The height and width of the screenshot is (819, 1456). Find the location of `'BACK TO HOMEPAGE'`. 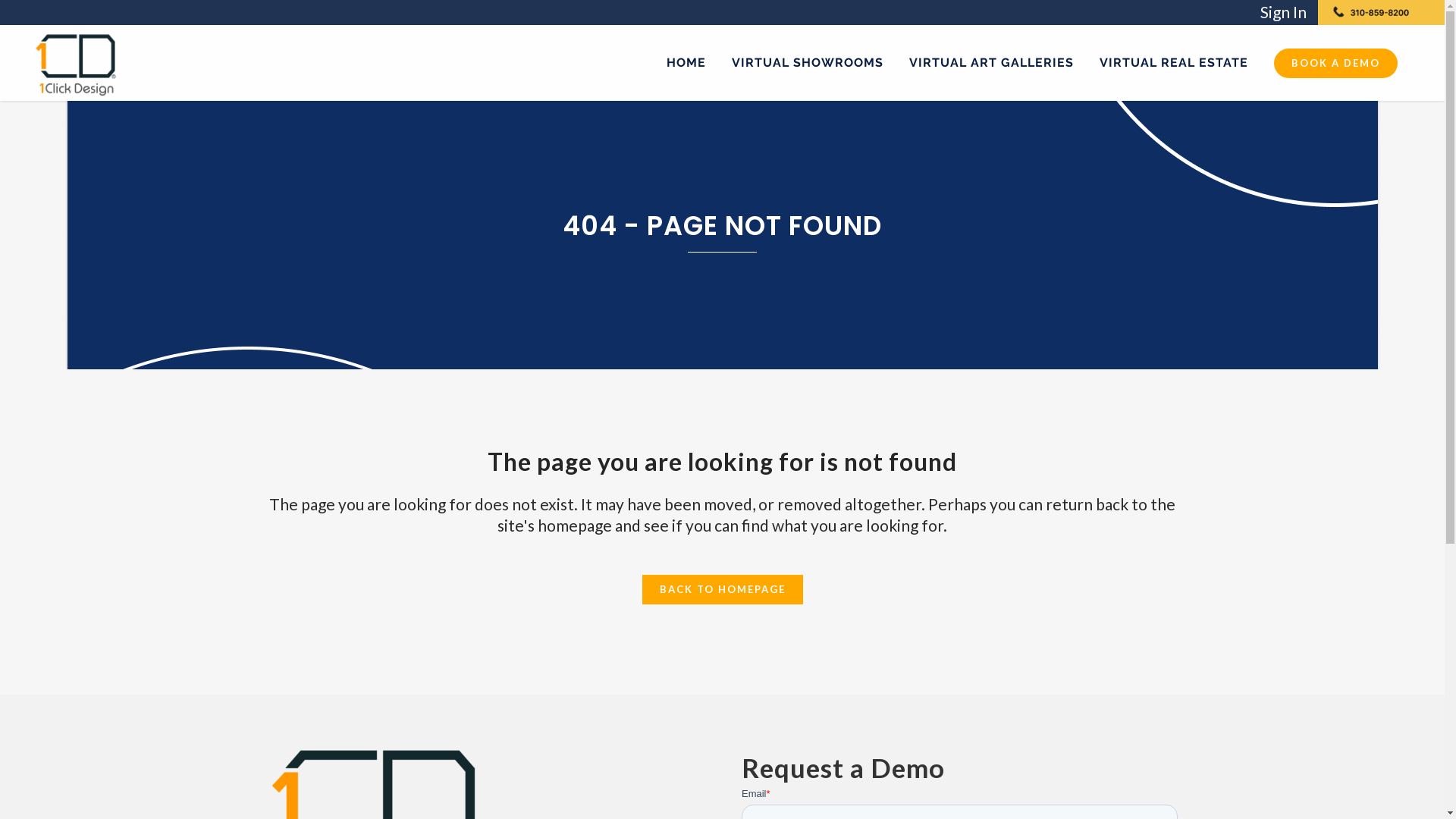

'BACK TO HOMEPAGE' is located at coordinates (720, 588).